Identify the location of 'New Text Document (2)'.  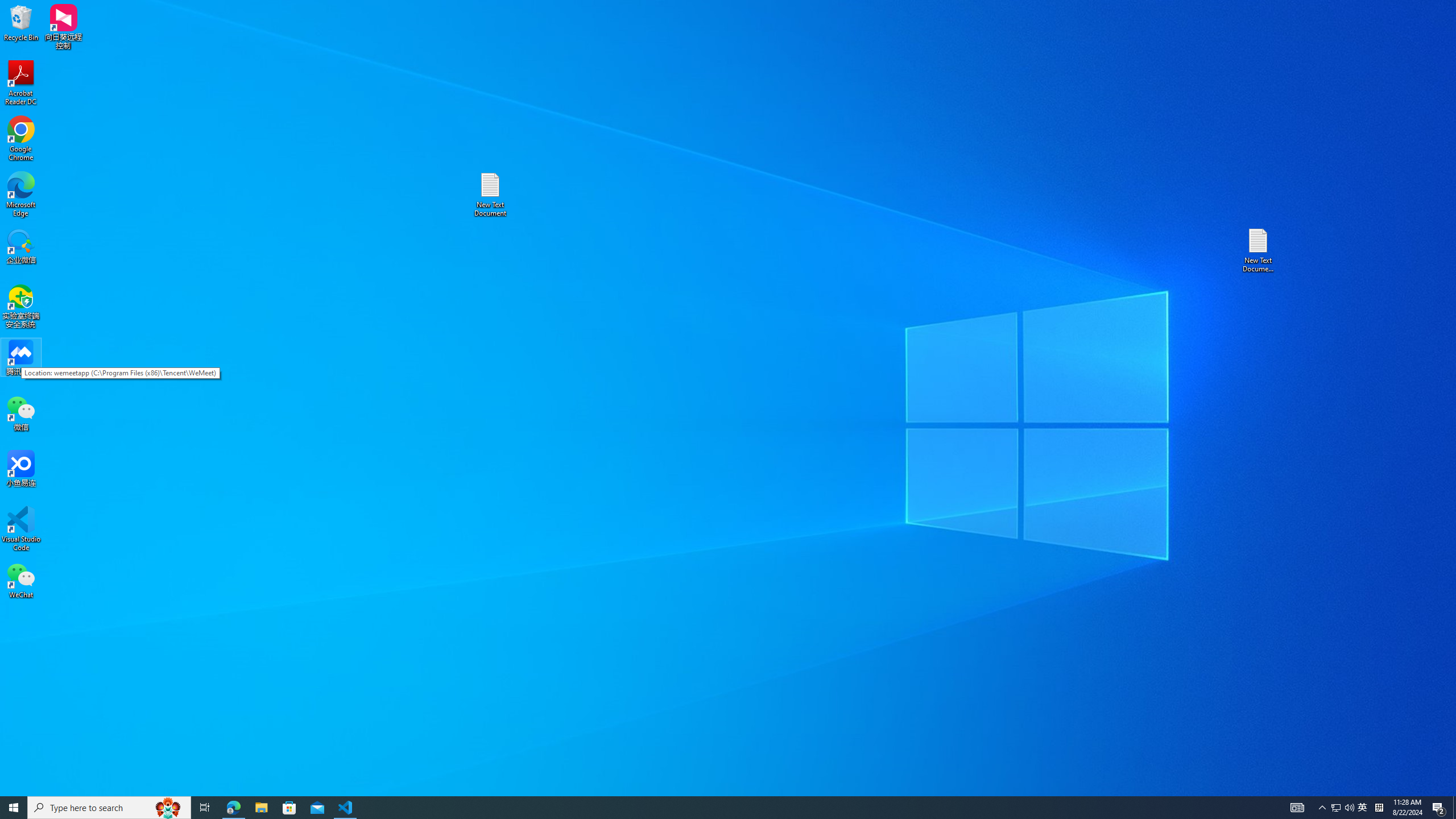
(1259, 249).